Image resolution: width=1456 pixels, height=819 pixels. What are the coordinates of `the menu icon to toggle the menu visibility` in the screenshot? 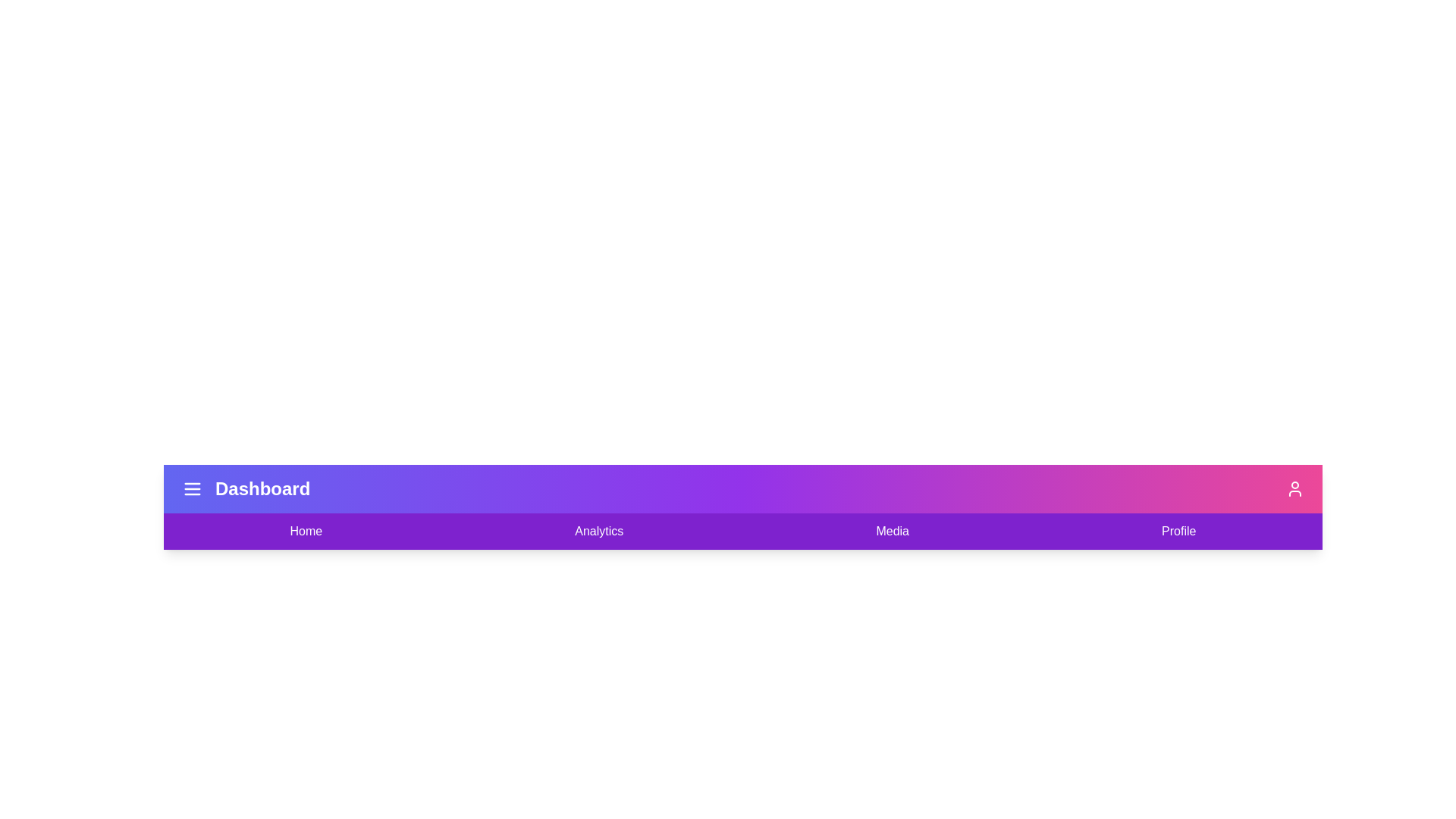 It's located at (192, 488).